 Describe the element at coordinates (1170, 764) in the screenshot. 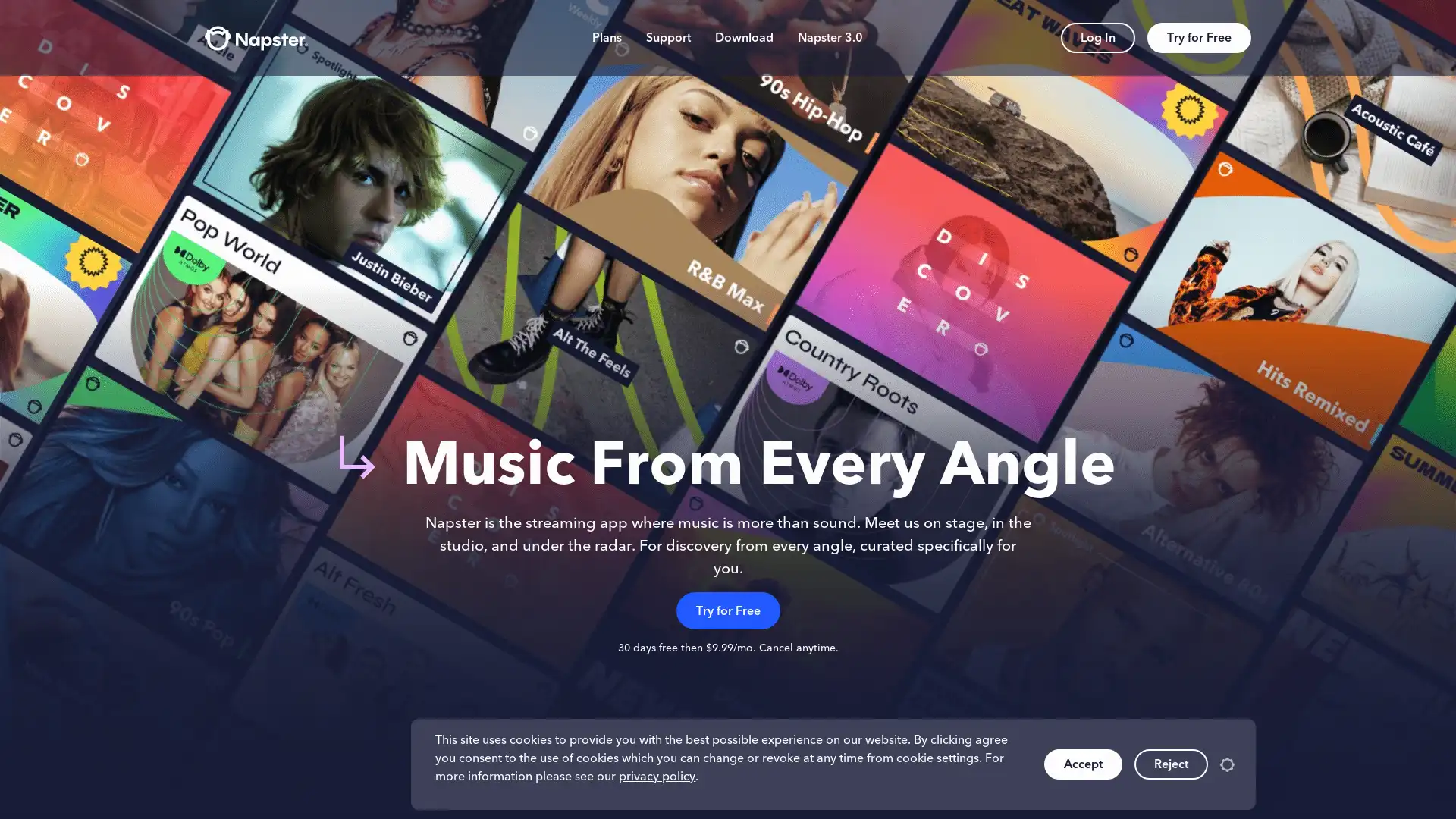

I see `Reject` at that location.